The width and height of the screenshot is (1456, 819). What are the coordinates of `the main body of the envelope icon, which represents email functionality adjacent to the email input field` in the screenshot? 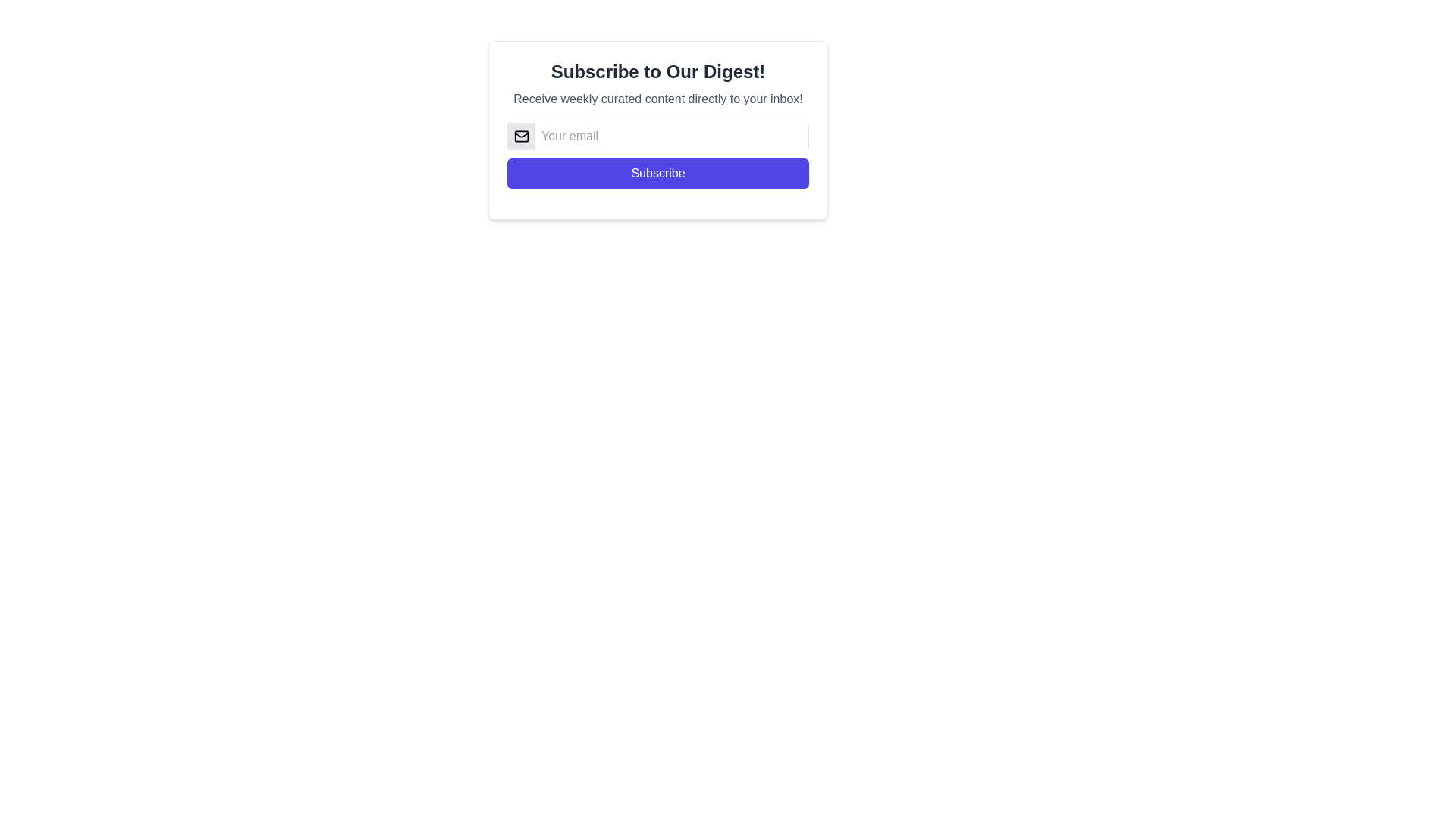 It's located at (521, 136).